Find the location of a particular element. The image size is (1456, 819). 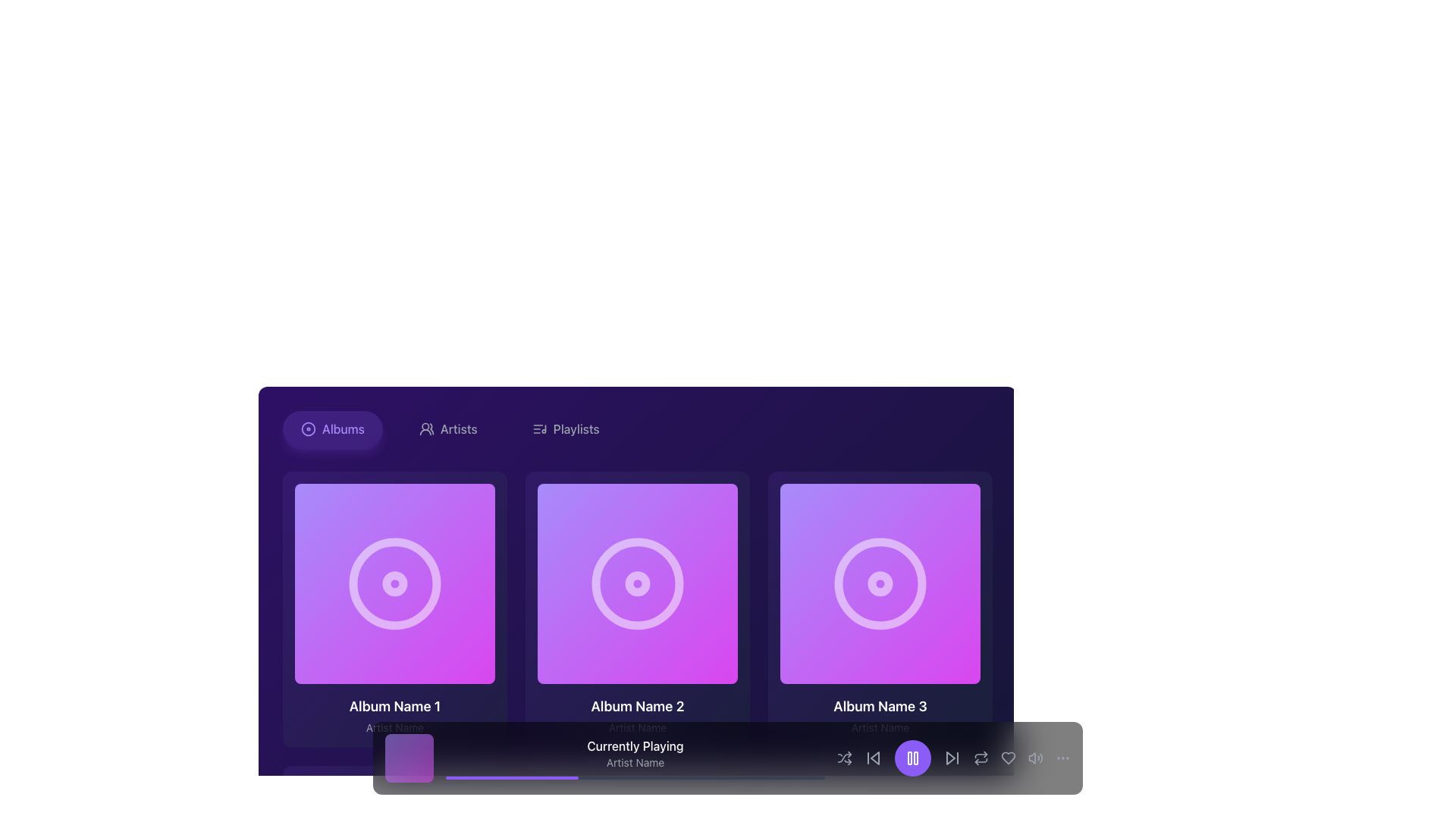

the static text label displaying the artist's name located at the bottom of the 'Album Name 1' card in the first column of the Albums grid is located at coordinates (395, 727).